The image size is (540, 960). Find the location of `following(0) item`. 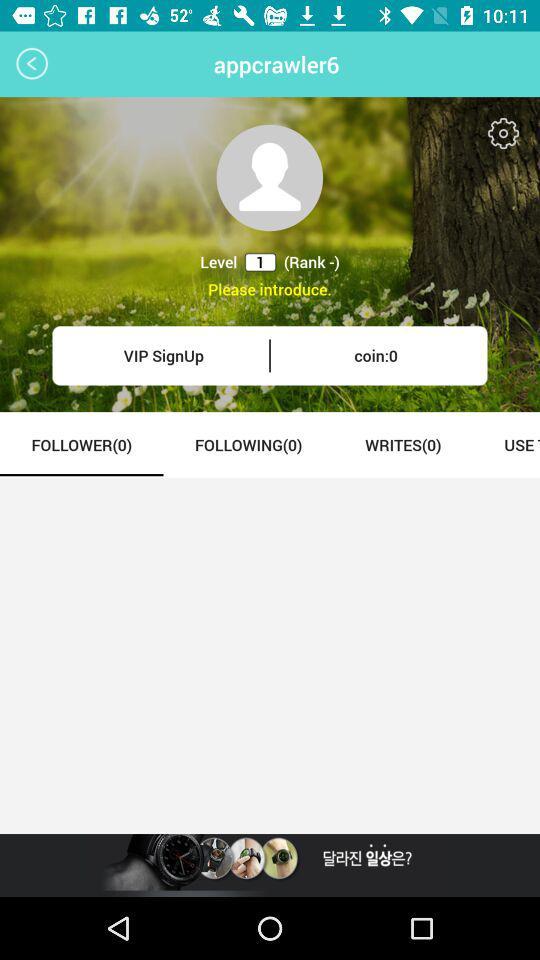

following(0) item is located at coordinates (248, 444).